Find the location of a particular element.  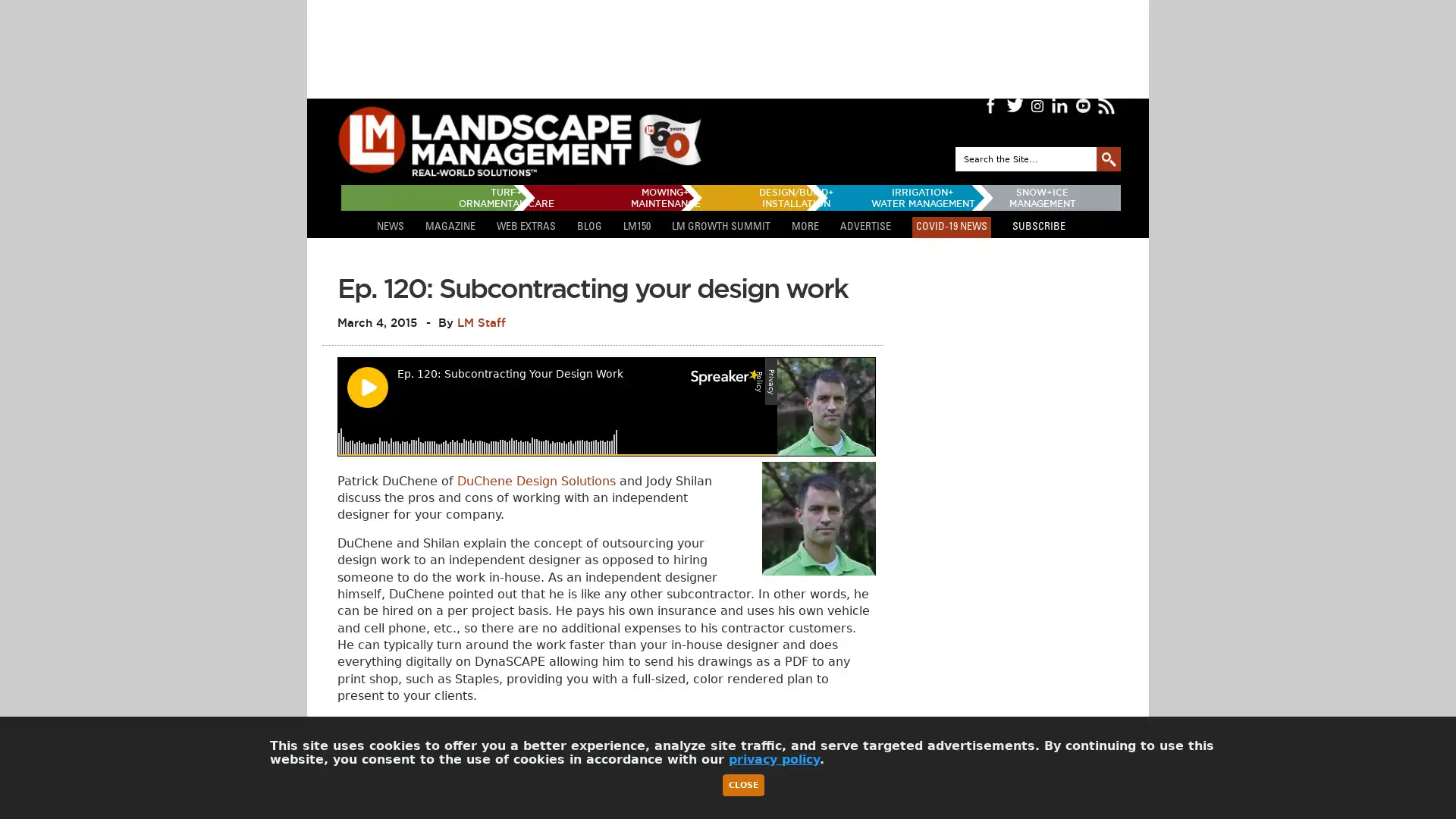

Close is located at coordinates (742, 785).